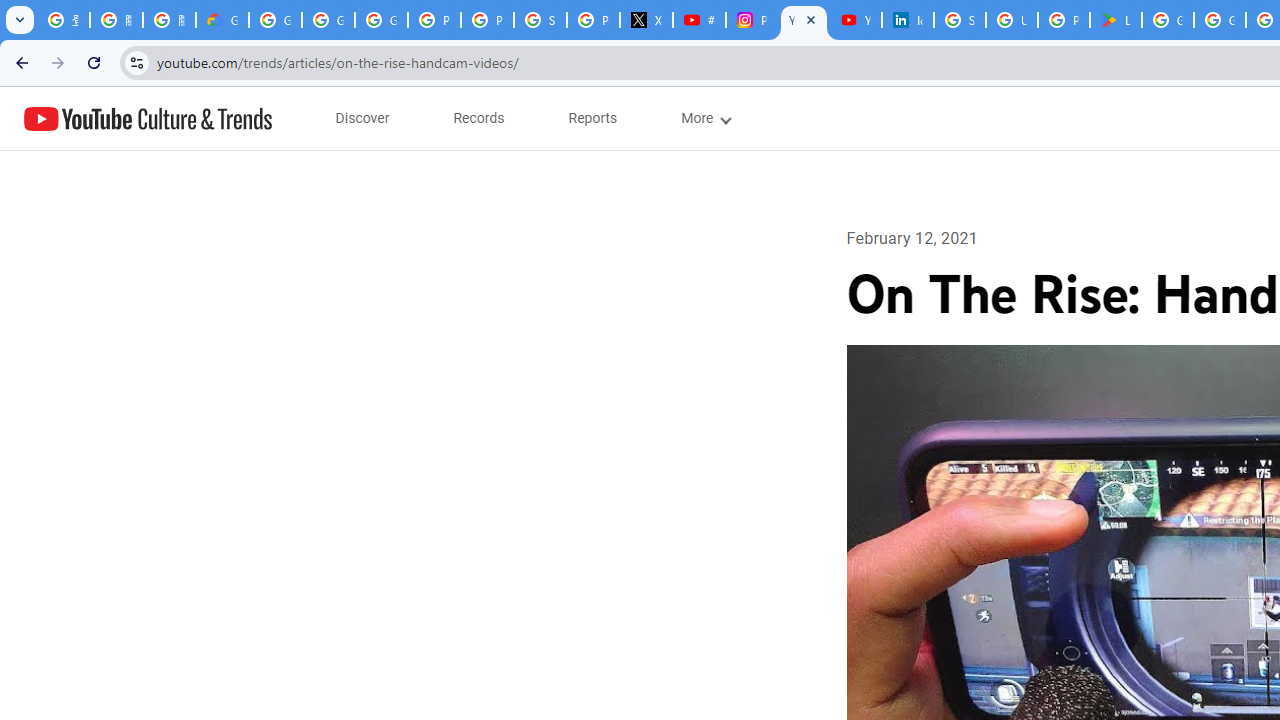 The image size is (1280, 720). Describe the element at coordinates (1218, 20) in the screenshot. I see `'Google Workspace - Specific Terms'` at that location.